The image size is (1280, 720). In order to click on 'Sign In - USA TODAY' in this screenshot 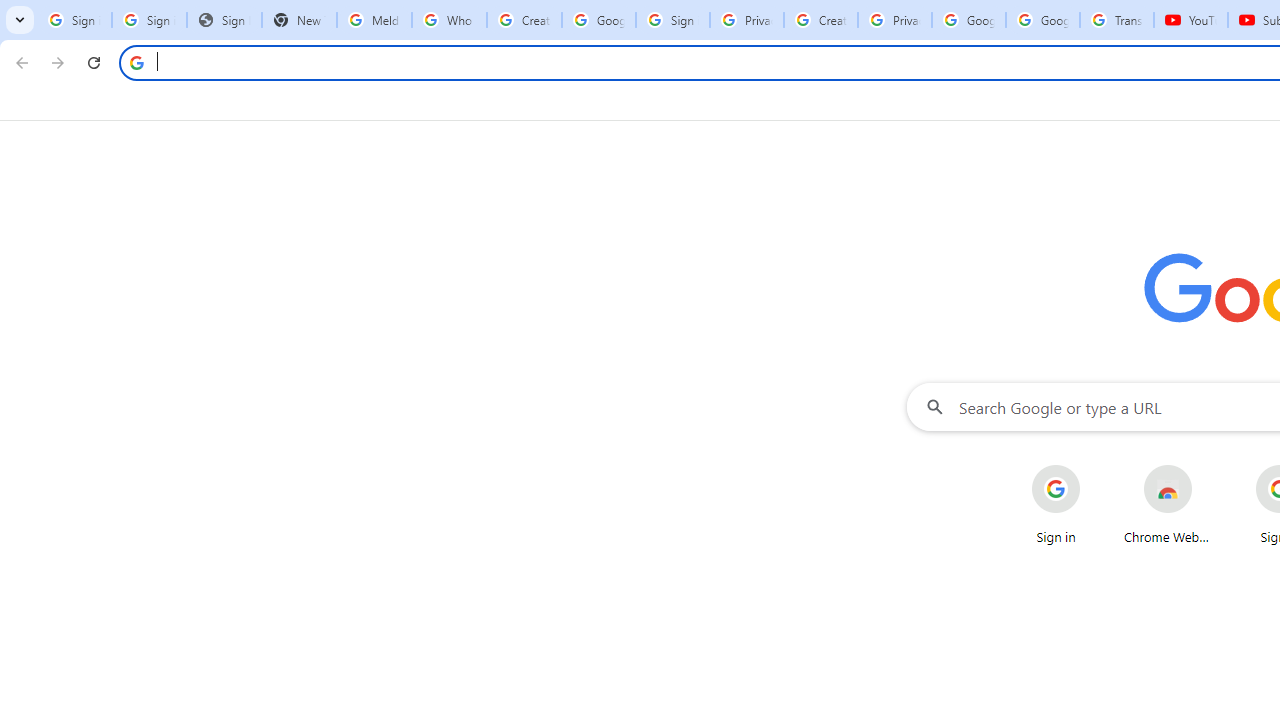, I will do `click(224, 20)`.